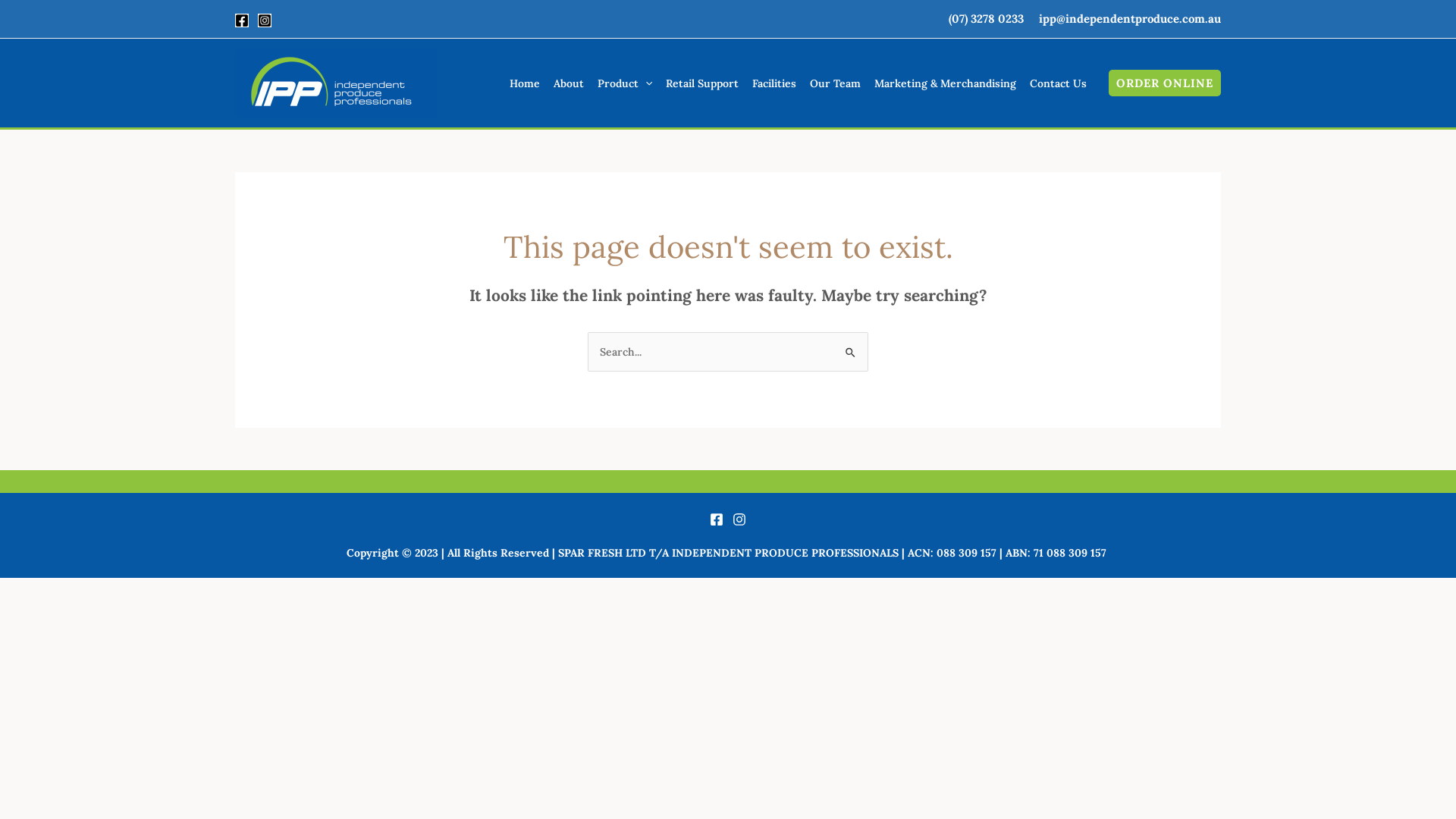 This screenshot has height=819, width=1456. What do you see at coordinates (867, 83) in the screenshot?
I see `'Marketing & Merchandising'` at bounding box center [867, 83].